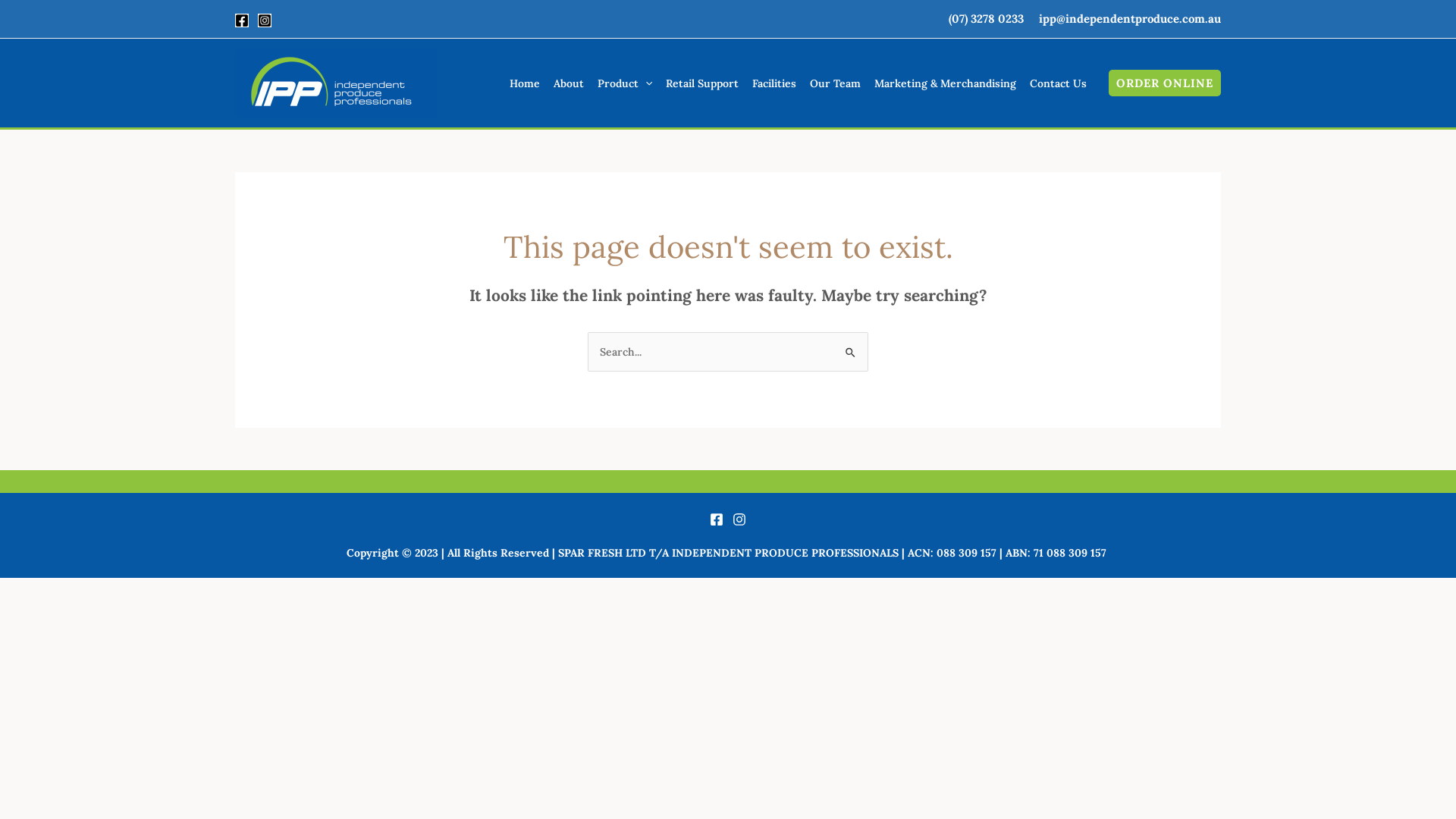 This screenshot has height=819, width=1456. What do you see at coordinates (867, 83) in the screenshot?
I see `'Marketing & Merchandising'` at bounding box center [867, 83].